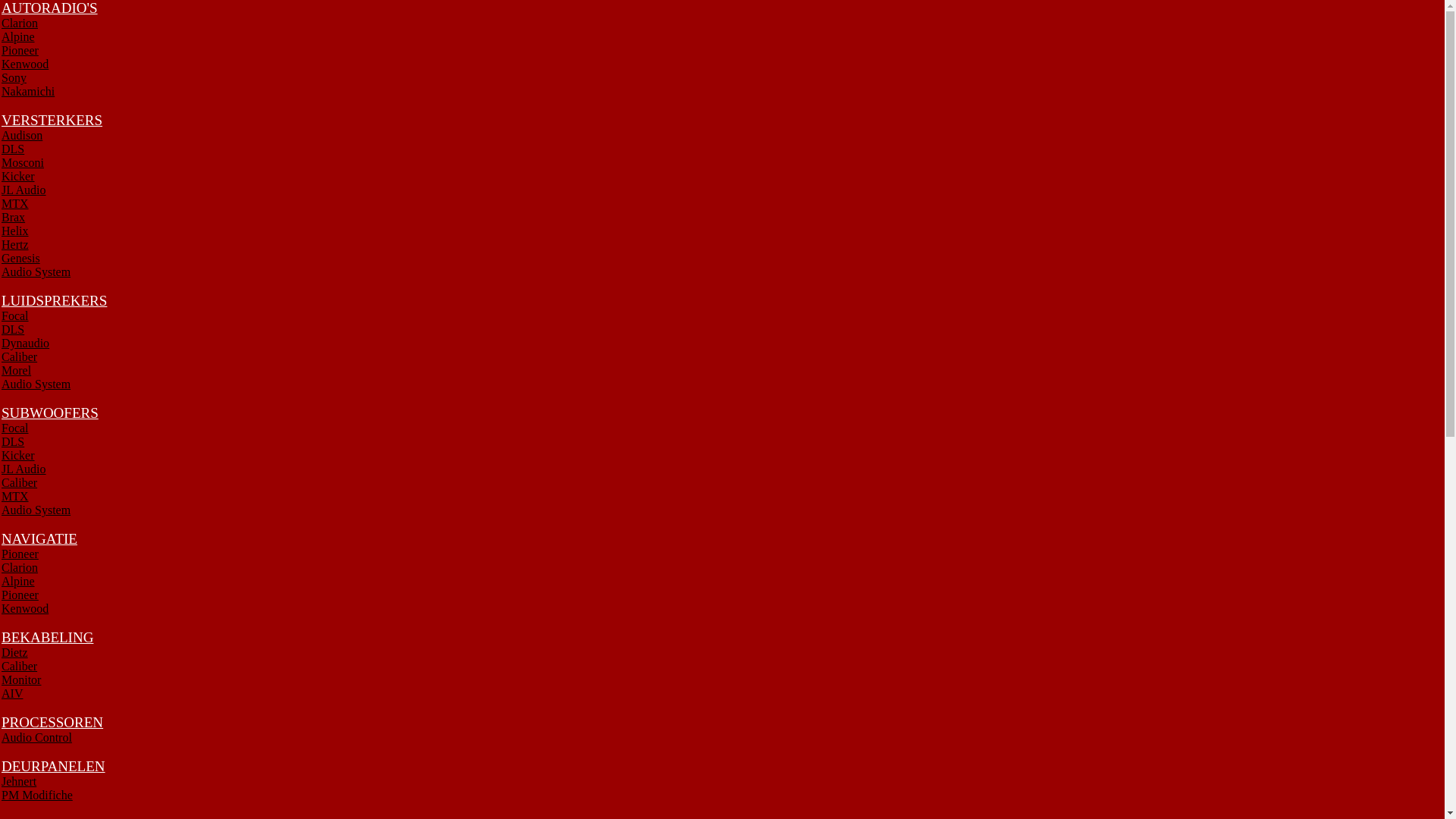  What do you see at coordinates (14, 651) in the screenshot?
I see `'Dietz'` at bounding box center [14, 651].